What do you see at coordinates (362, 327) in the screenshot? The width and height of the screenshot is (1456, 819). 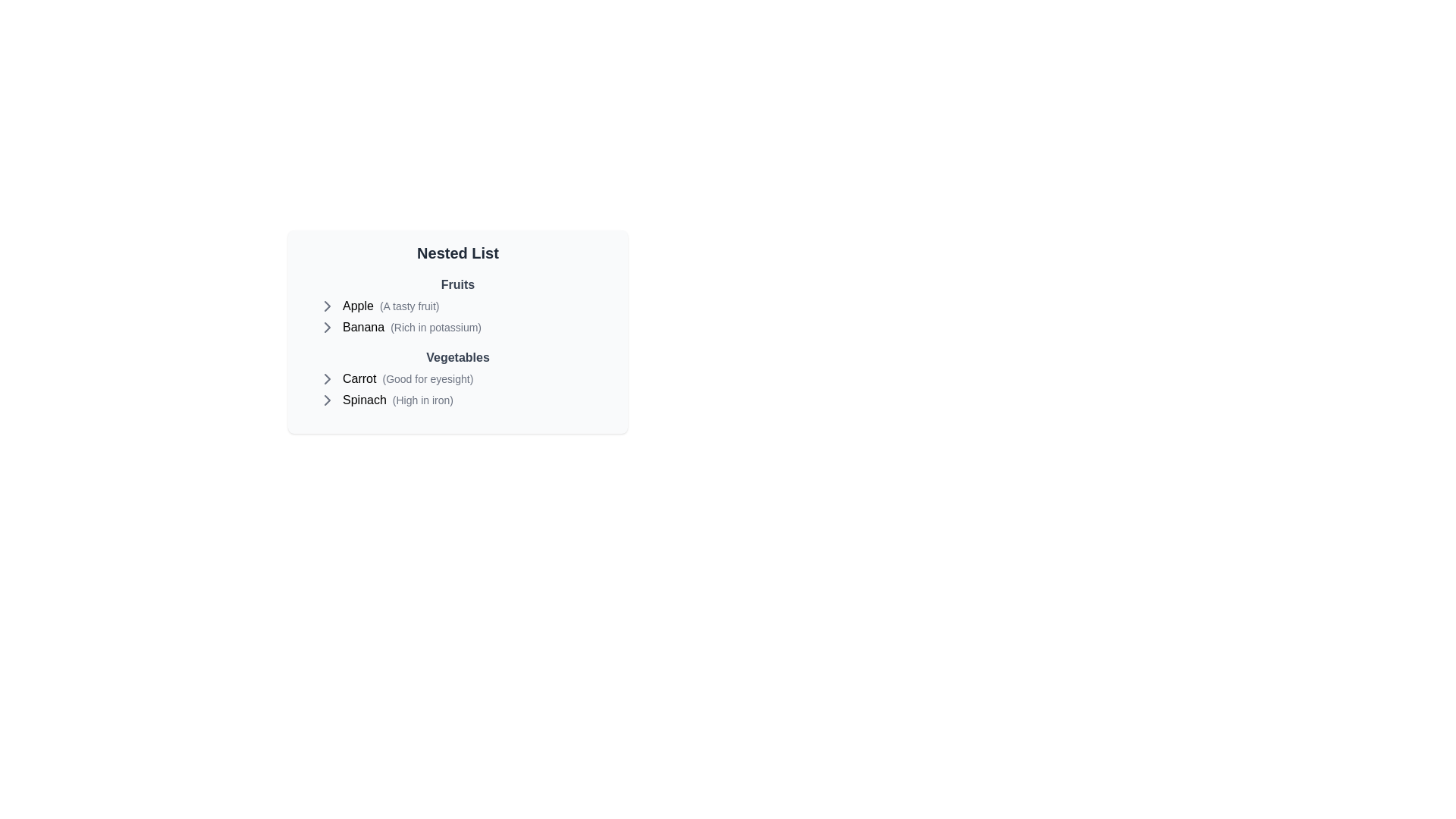 I see `the text of the item Banana` at bounding box center [362, 327].